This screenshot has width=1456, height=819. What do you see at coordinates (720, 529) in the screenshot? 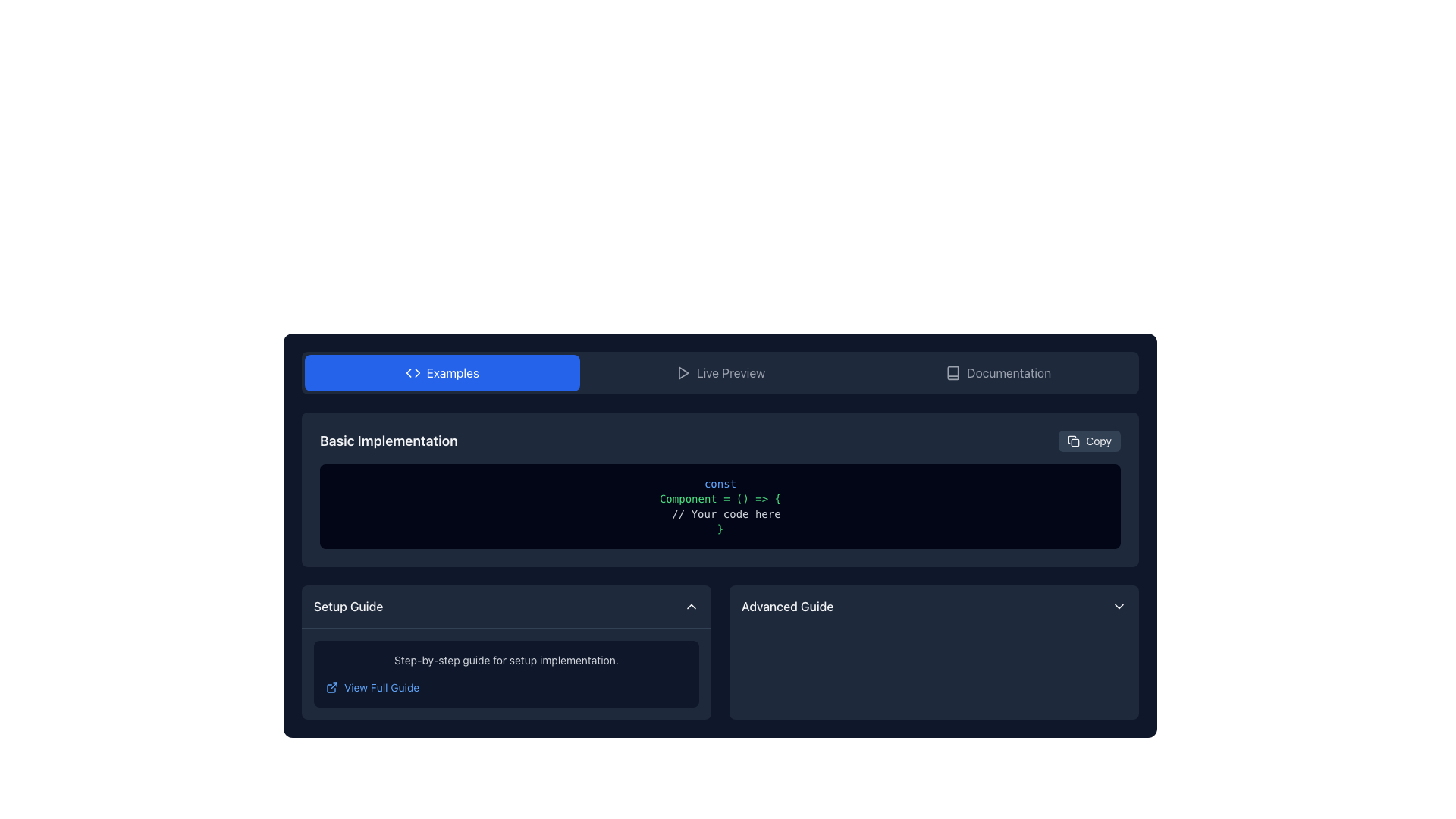
I see `the closing curly bracket '}' displayed in green text color` at bounding box center [720, 529].